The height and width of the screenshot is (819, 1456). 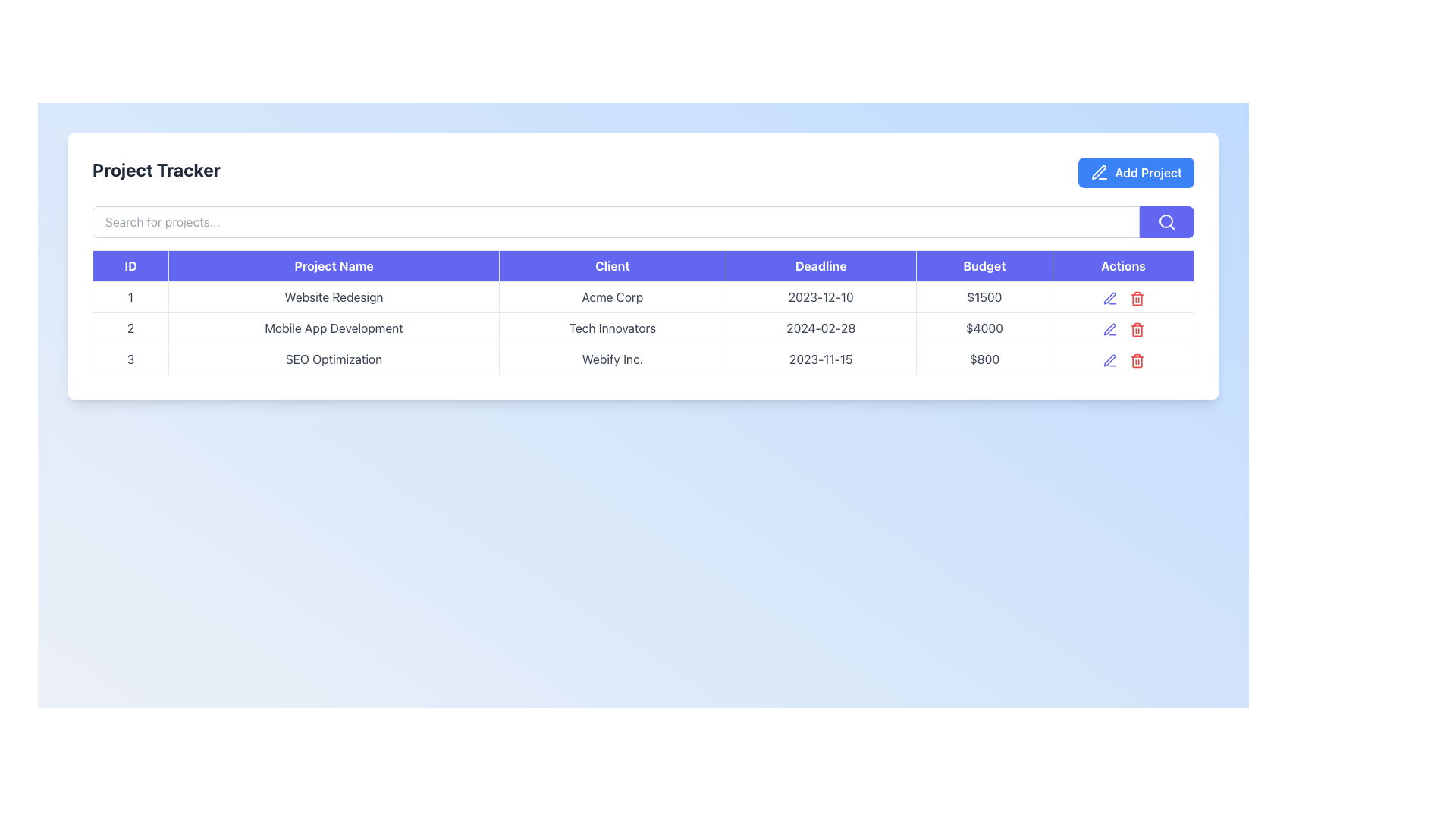 What do you see at coordinates (612, 327) in the screenshot?
I see `the 'Tech Innovators' Text Display Cell, which is the third cell in the second row of the table, located between 'Mobile App Development' and '2024-02-28'` at bounding box center [612, 327].